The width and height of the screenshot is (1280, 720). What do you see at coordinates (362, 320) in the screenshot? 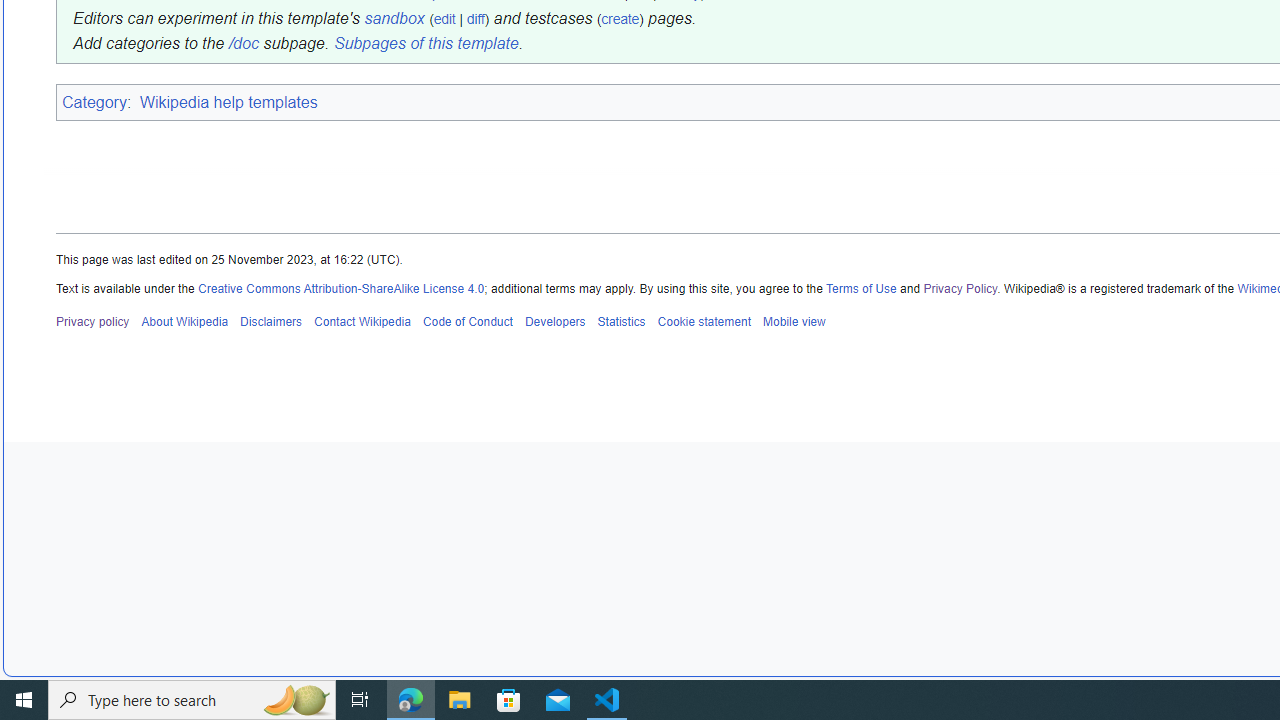
I see `'Contact Wikipedia'` at bounding box center [362, 320].